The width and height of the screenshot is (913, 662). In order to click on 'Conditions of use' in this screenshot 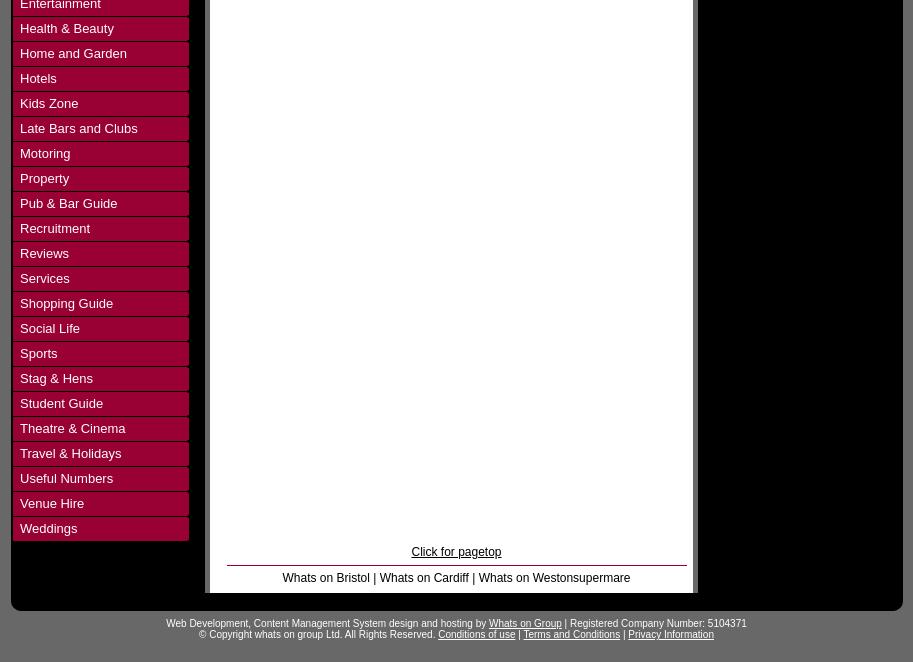, I will do `click(475, 633)`.